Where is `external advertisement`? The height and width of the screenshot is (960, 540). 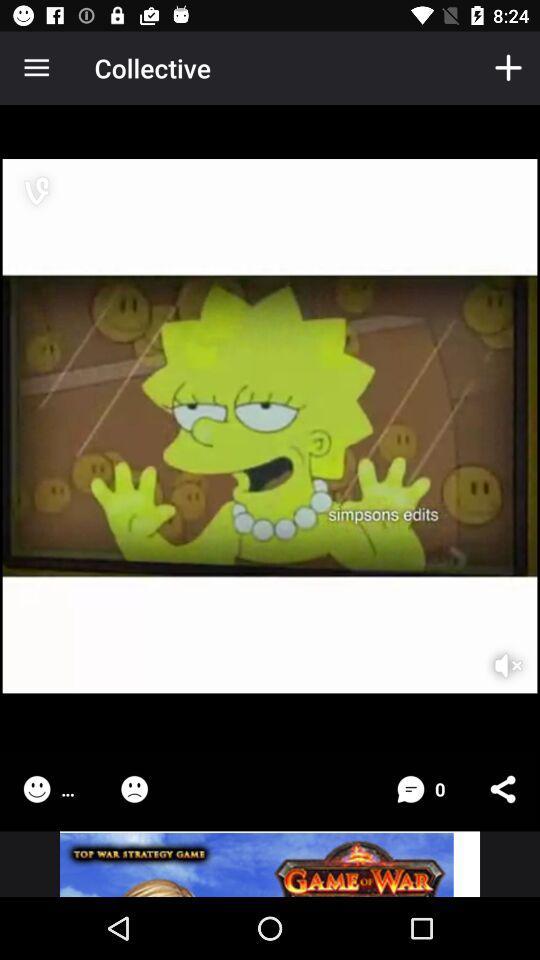 external advertisement is located at coordinates (270, 863).